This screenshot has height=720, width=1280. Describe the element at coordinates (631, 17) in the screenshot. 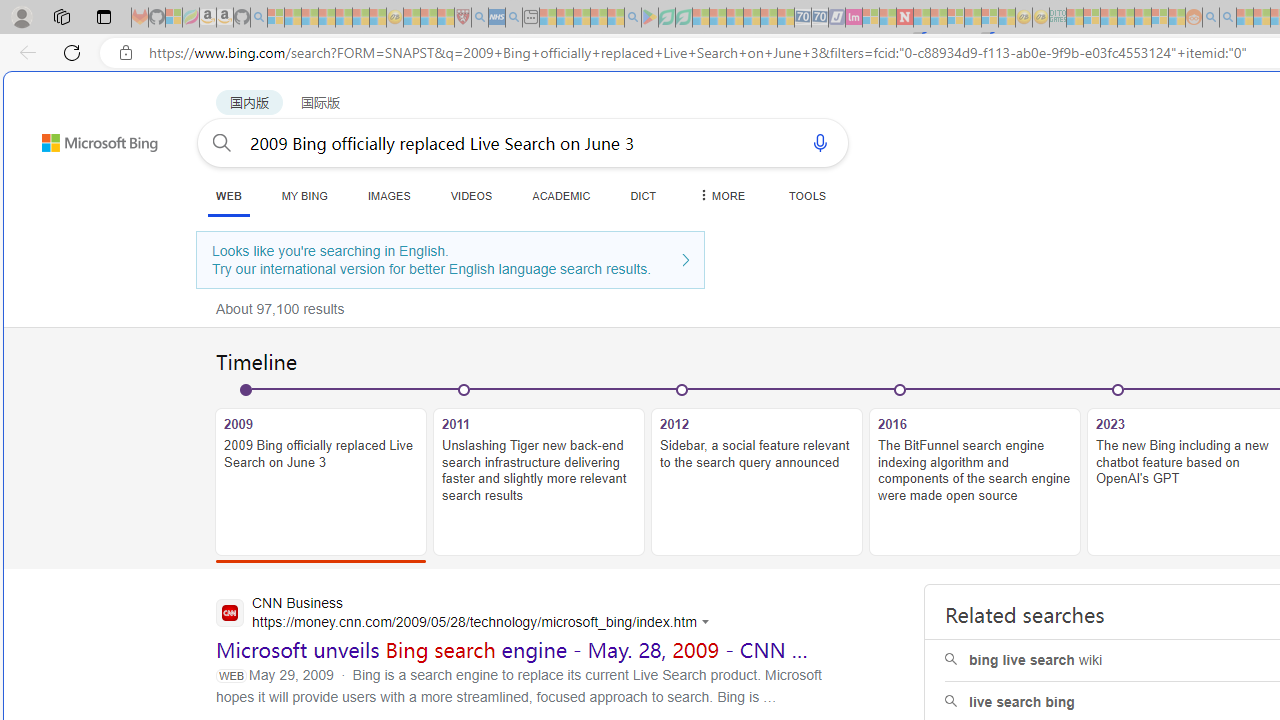

I see `'google - Search - Sleeping'` at that location.